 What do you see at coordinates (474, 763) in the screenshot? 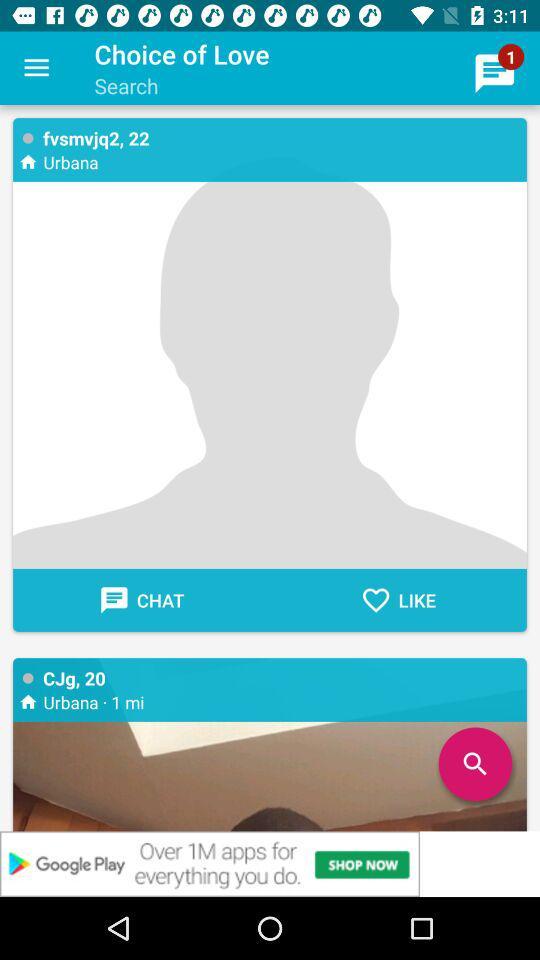
I see `the search icon` at bounding box center [474, 763].